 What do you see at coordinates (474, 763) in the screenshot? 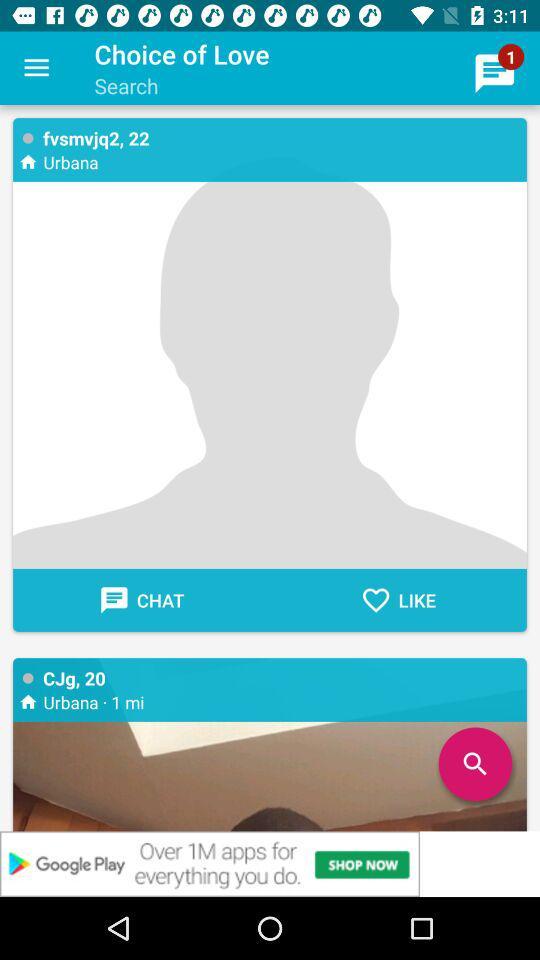
I see `the search icon` at bounding box center [474, 763].